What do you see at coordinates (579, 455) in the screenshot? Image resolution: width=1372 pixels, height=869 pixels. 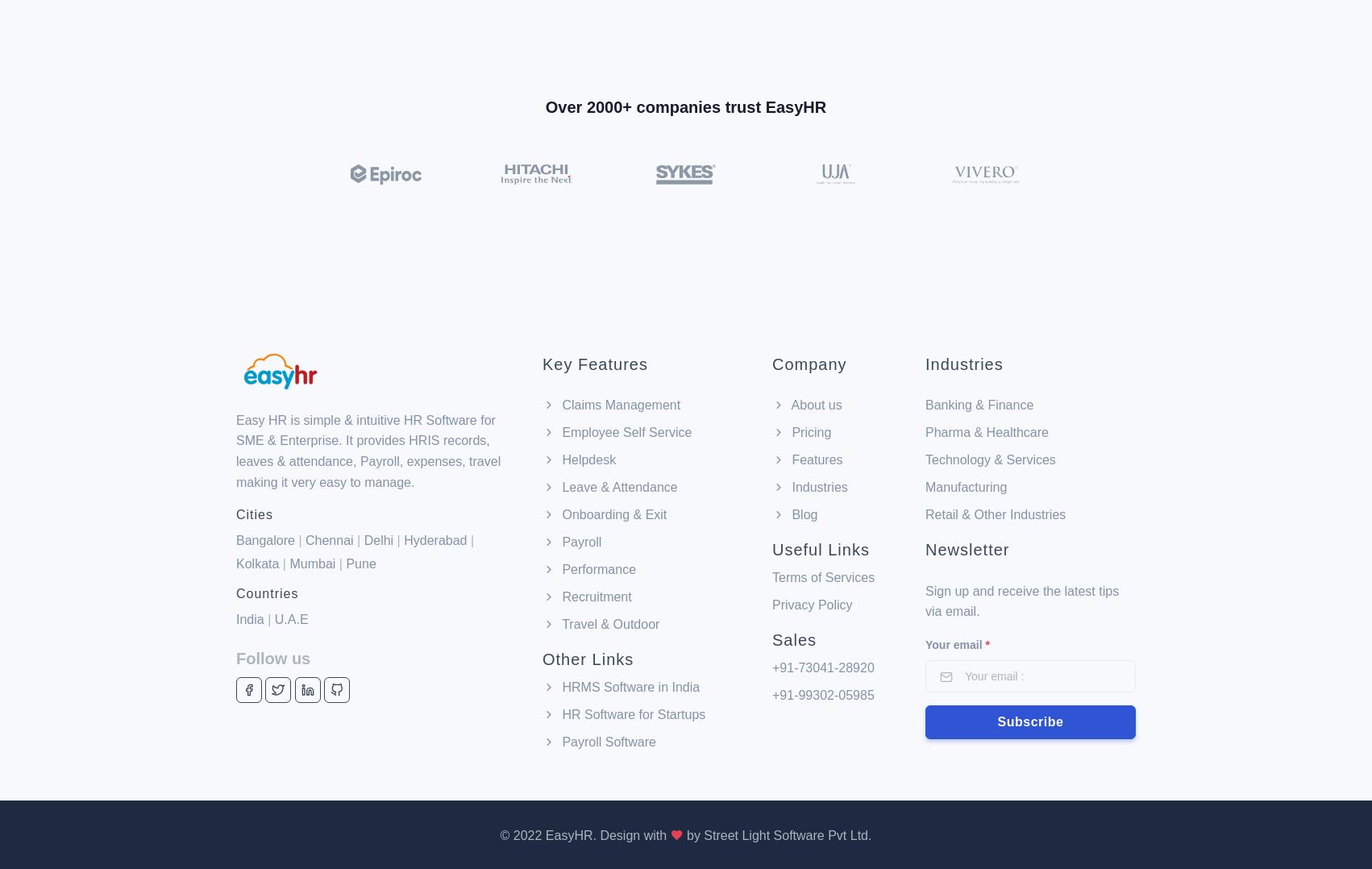 I see `'Payroll'` at bounding box center [579, 455].